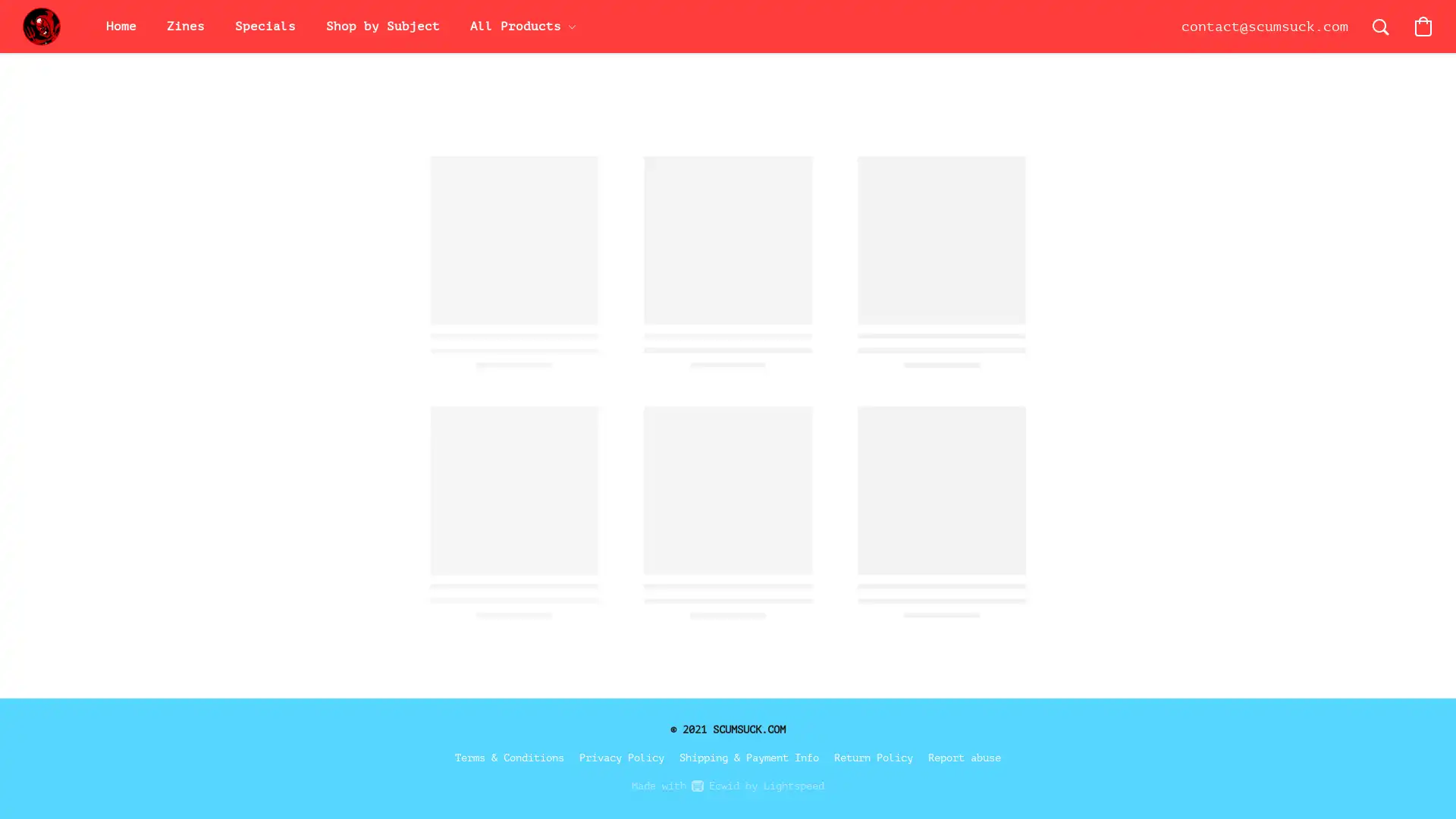 The height and width of the screenshot is (819, 1456). I want to click on Upload image (optional), so click(949, 438).